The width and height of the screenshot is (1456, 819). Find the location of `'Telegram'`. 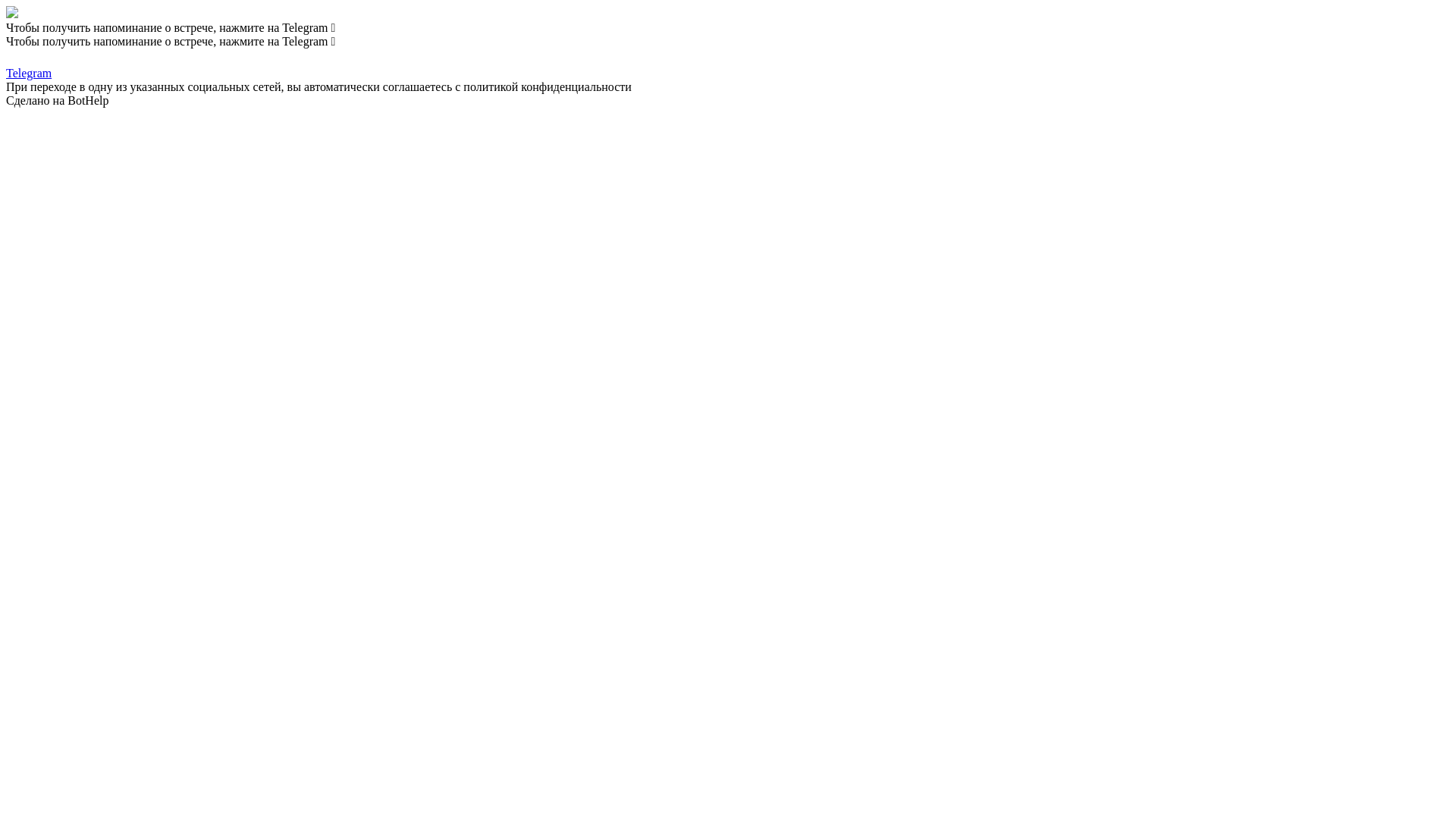

'Telegram' is located at coordinates (728, 63).